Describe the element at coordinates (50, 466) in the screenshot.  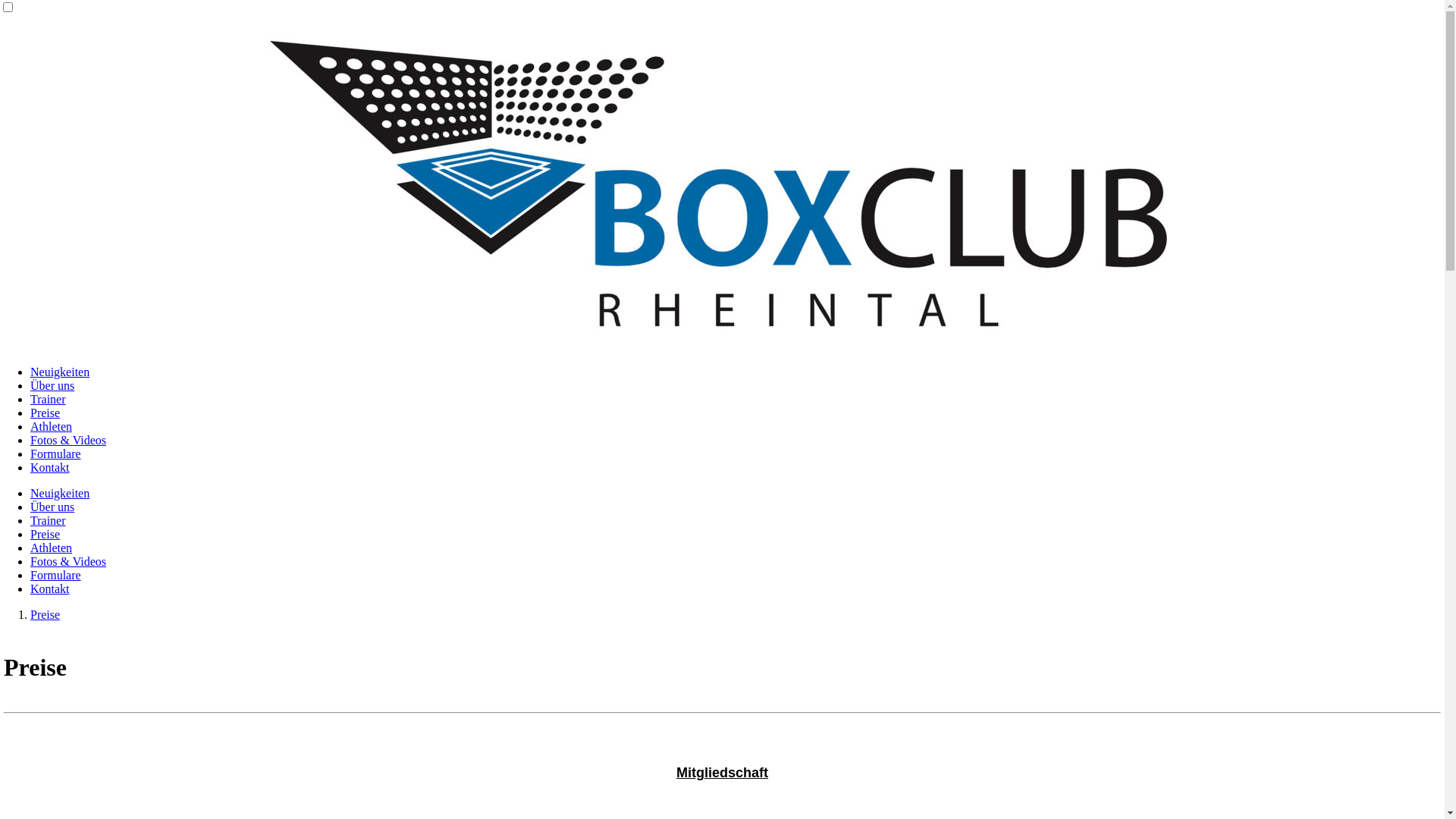
I see `'Kontakt'` at that location.